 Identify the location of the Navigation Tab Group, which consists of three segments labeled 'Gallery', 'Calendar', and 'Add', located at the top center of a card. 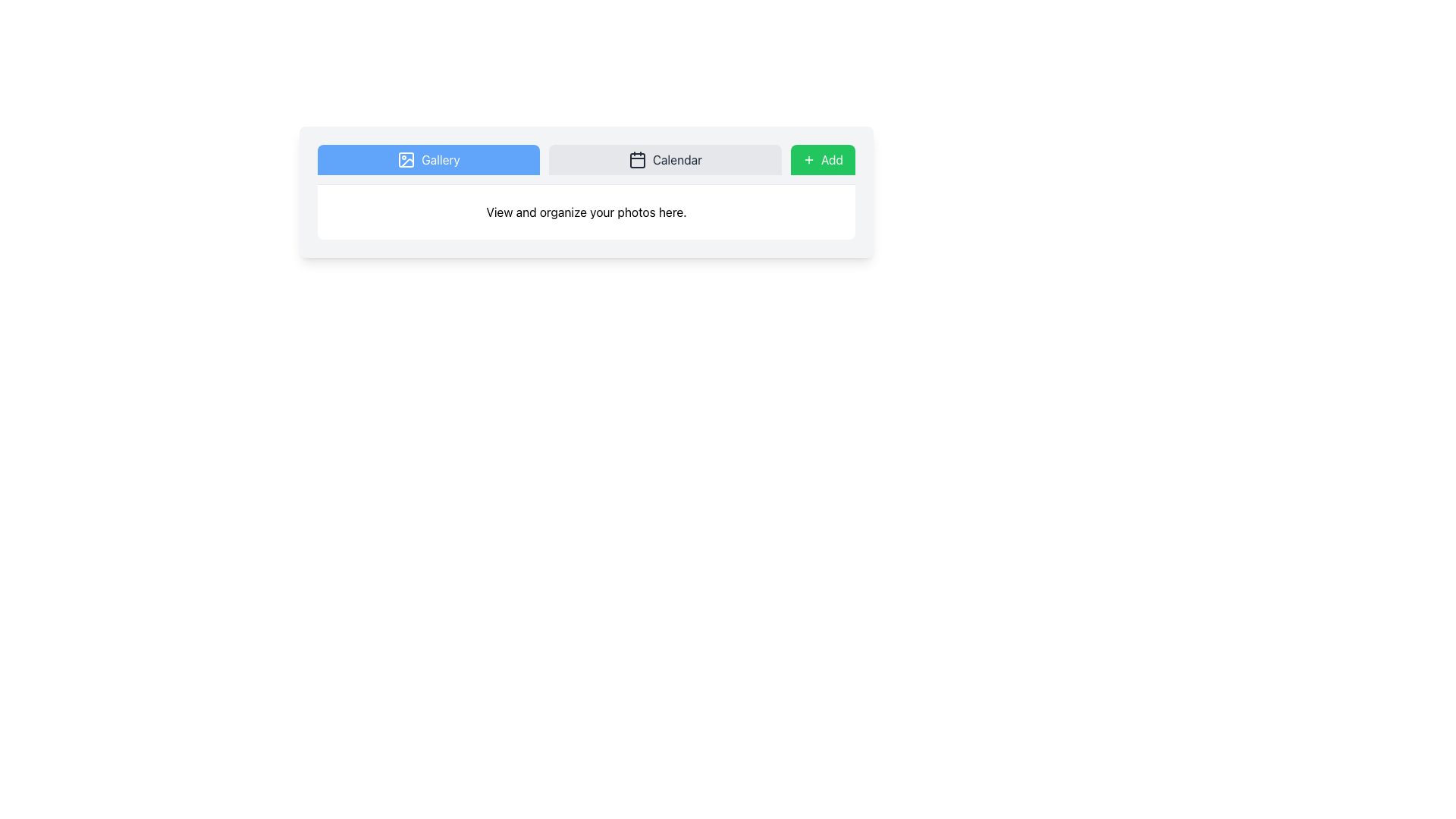
(585, 165).